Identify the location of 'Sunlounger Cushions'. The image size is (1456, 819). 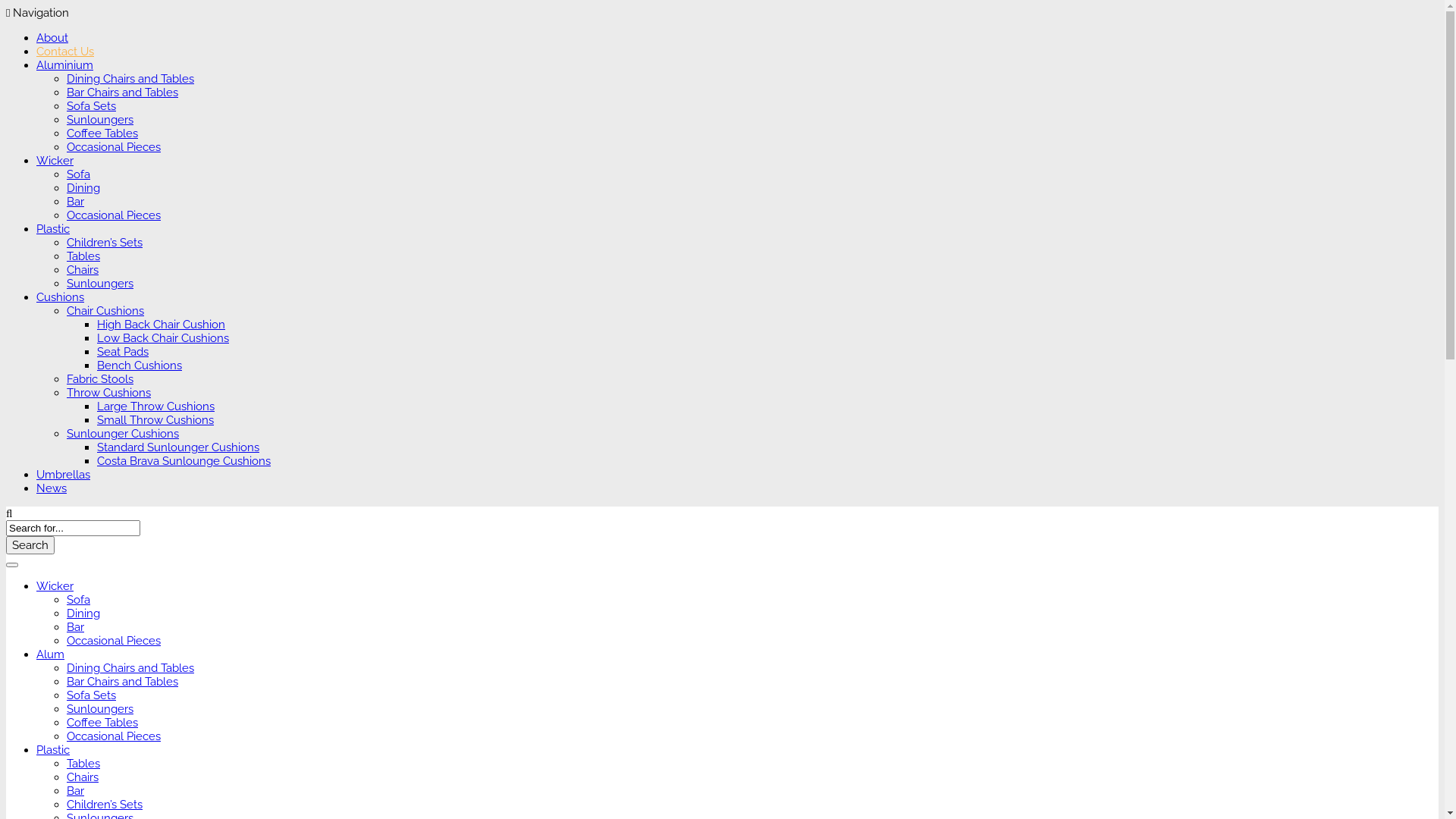
(123, 433).